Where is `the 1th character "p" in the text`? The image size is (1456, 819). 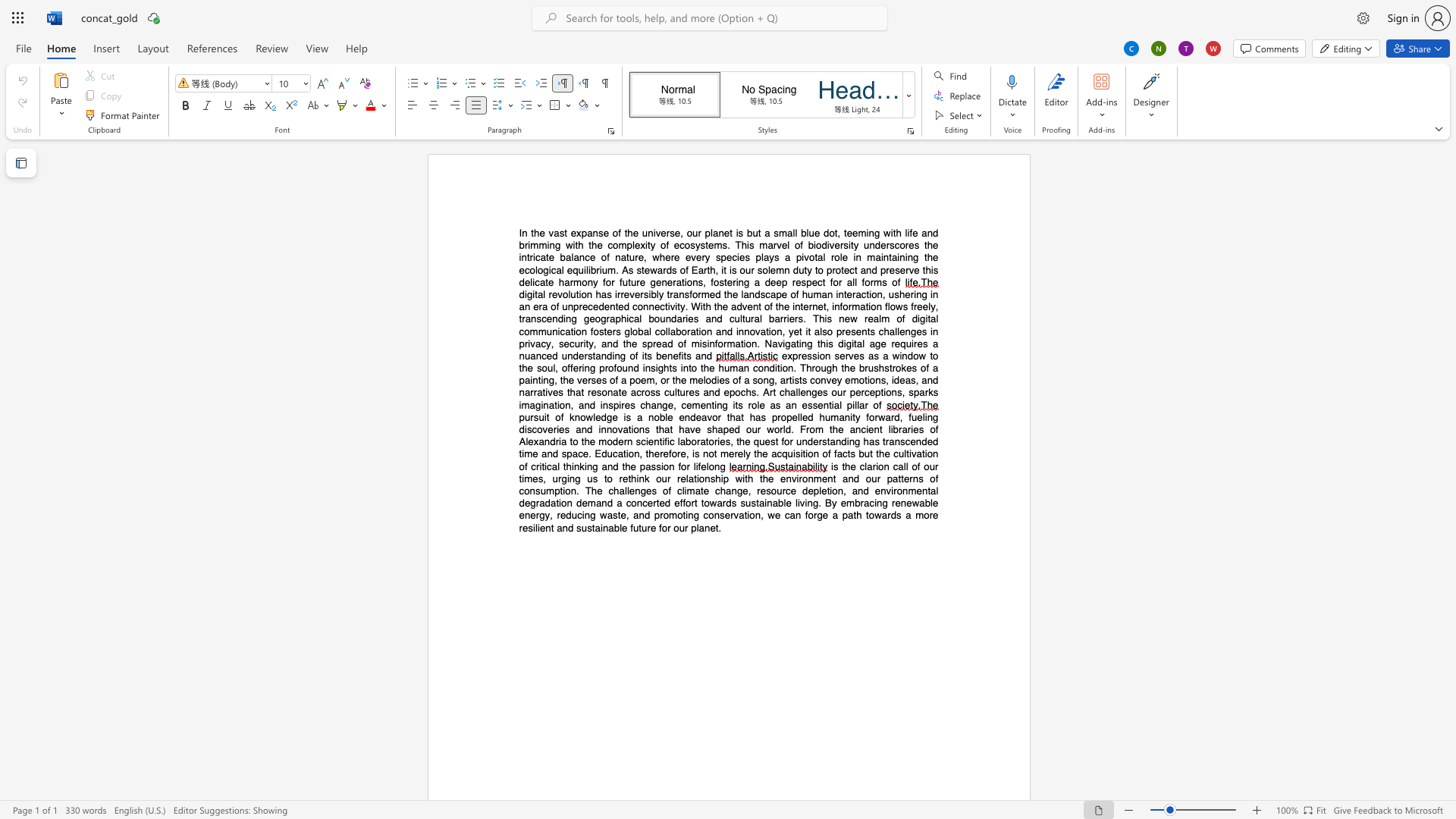 the 1th character "p" in the text is located at coordinates (852, 391).